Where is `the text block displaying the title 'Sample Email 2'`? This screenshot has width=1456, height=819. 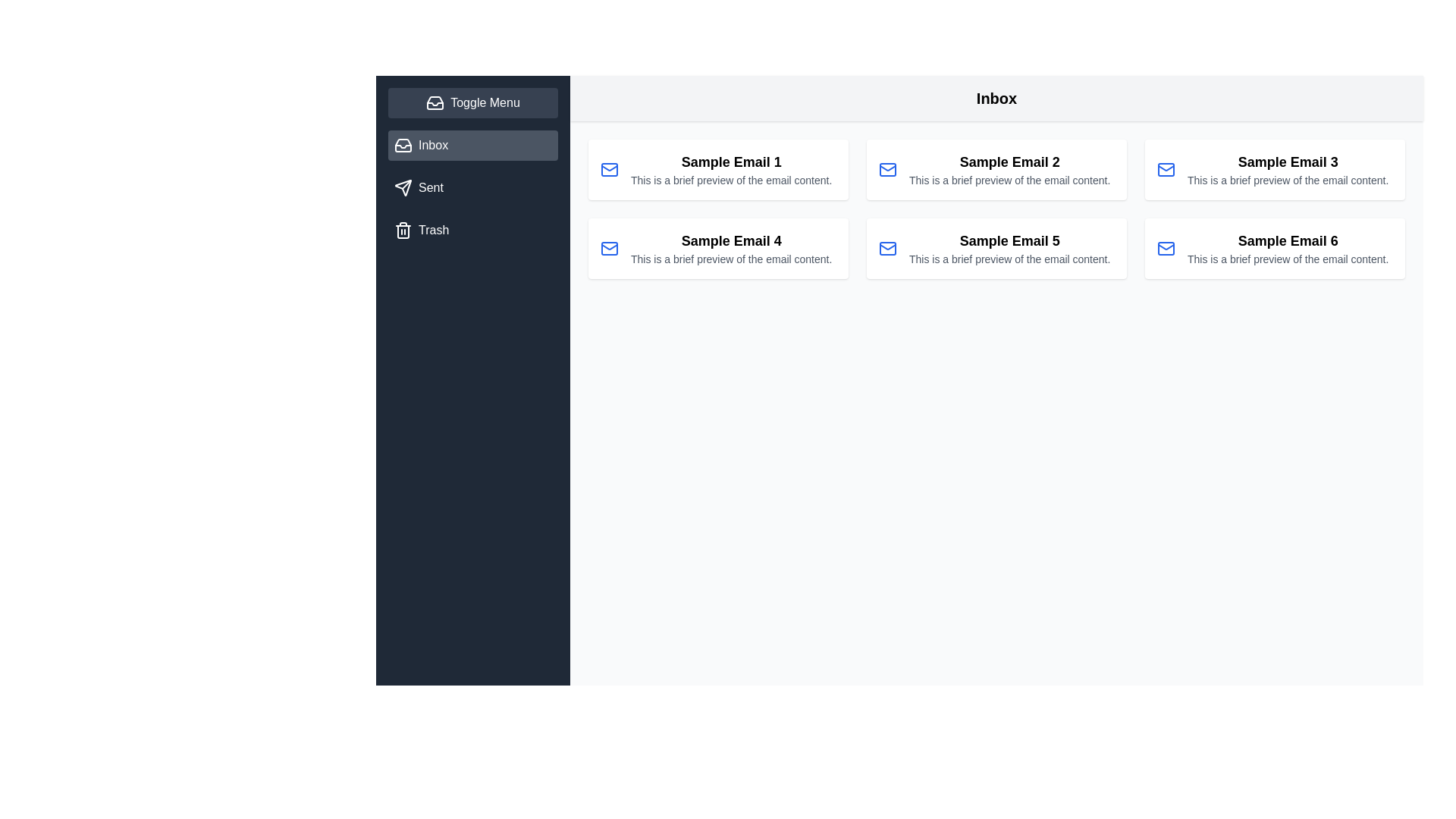 the text block displaying the title 'Sample Email 2' is located at coordinates (1009, 169).